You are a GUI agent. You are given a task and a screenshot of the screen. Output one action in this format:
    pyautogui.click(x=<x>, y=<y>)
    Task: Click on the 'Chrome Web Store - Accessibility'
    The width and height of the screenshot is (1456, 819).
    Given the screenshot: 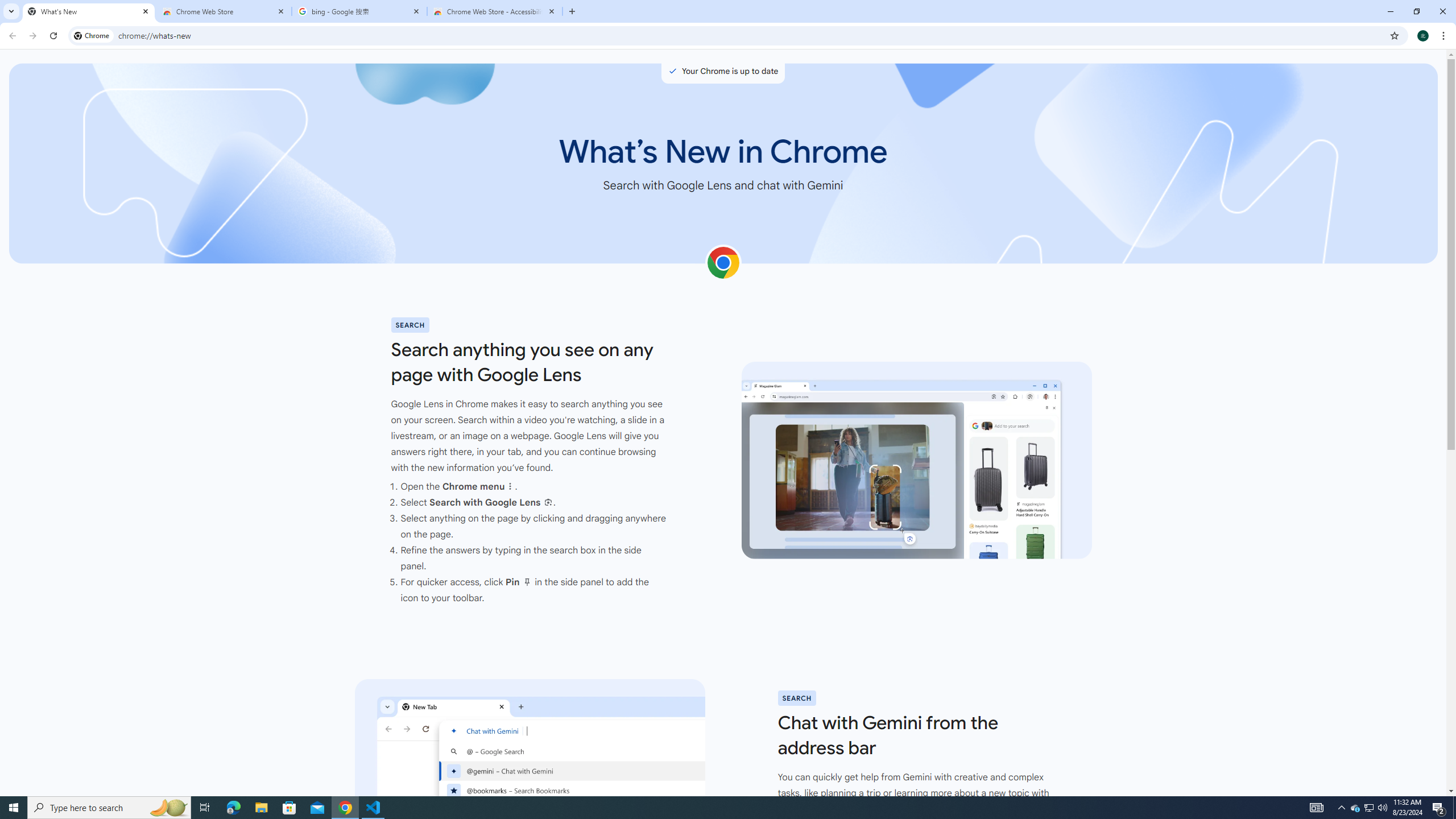 What is the action you would take?
    pyautogui.click(x=494, y=11)
    